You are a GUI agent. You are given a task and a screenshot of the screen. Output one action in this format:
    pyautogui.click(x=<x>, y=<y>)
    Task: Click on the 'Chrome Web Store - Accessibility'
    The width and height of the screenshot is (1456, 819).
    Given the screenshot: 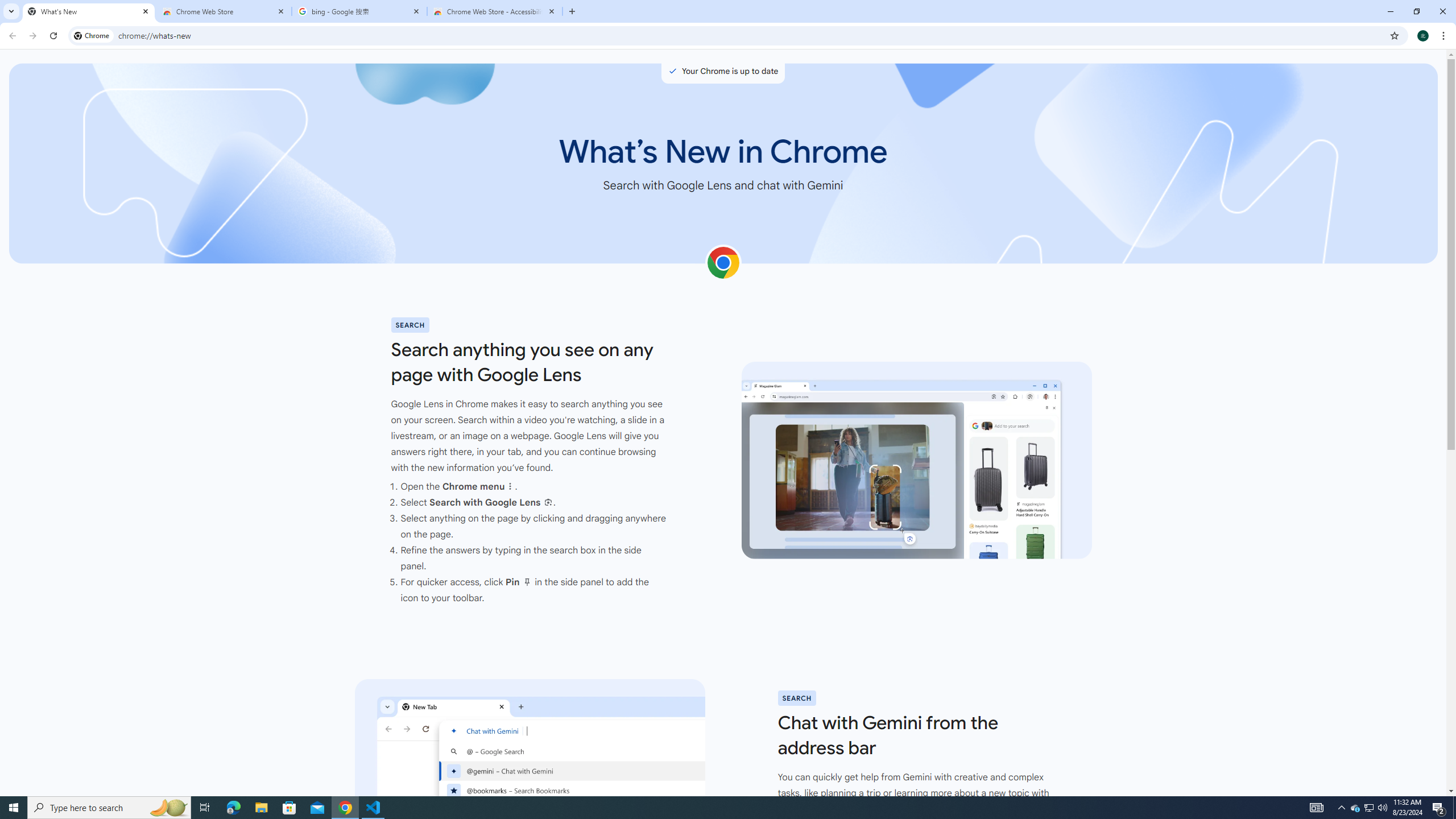 What is the action you would take?
    pyautogui.click(x=494, y=11)
    